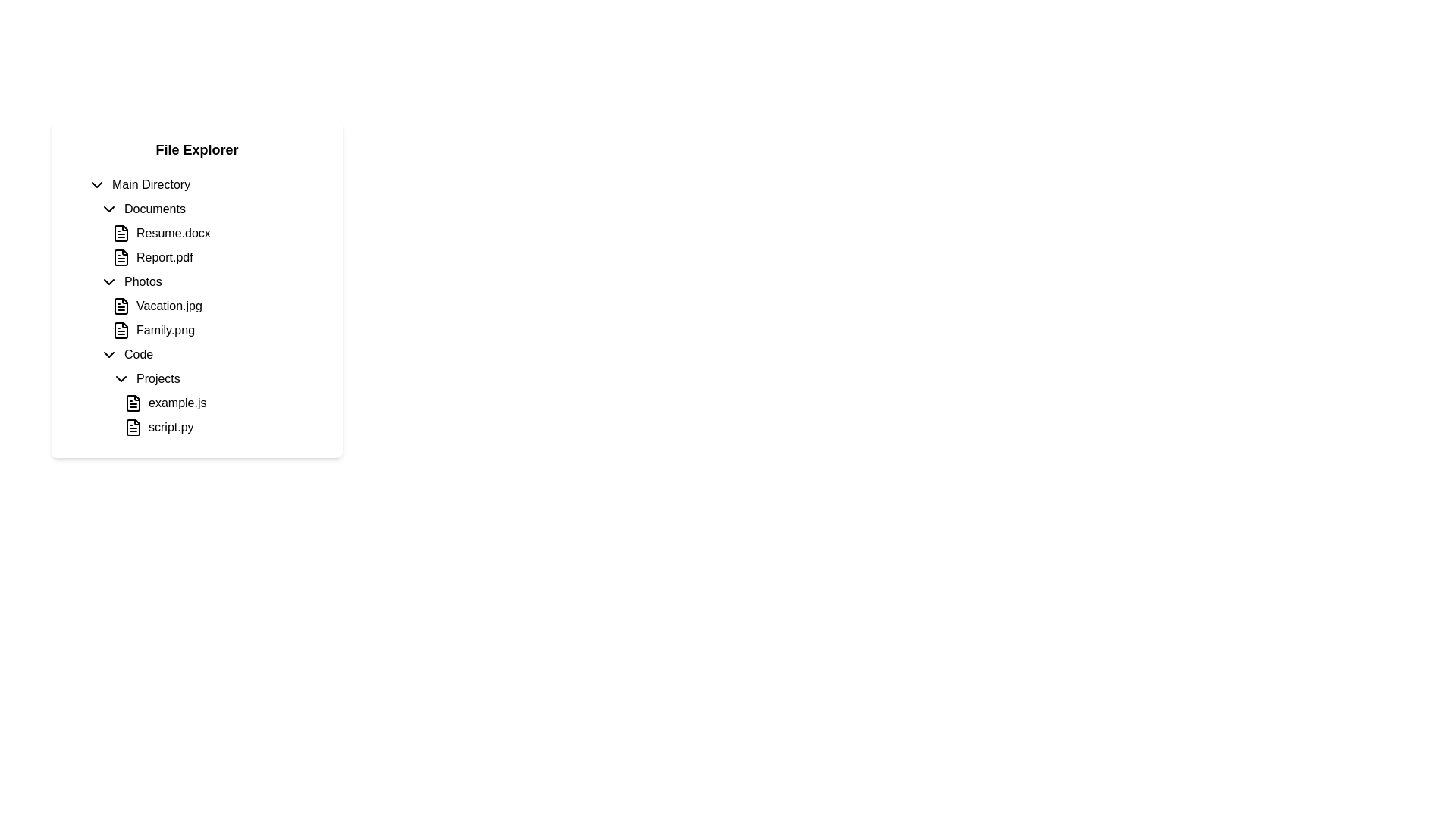 Image resolution: width=1456 pixels, height=819 pixels. I want to click on the 'Report.pdf' file entry in the file explorer, so click(214, 256).